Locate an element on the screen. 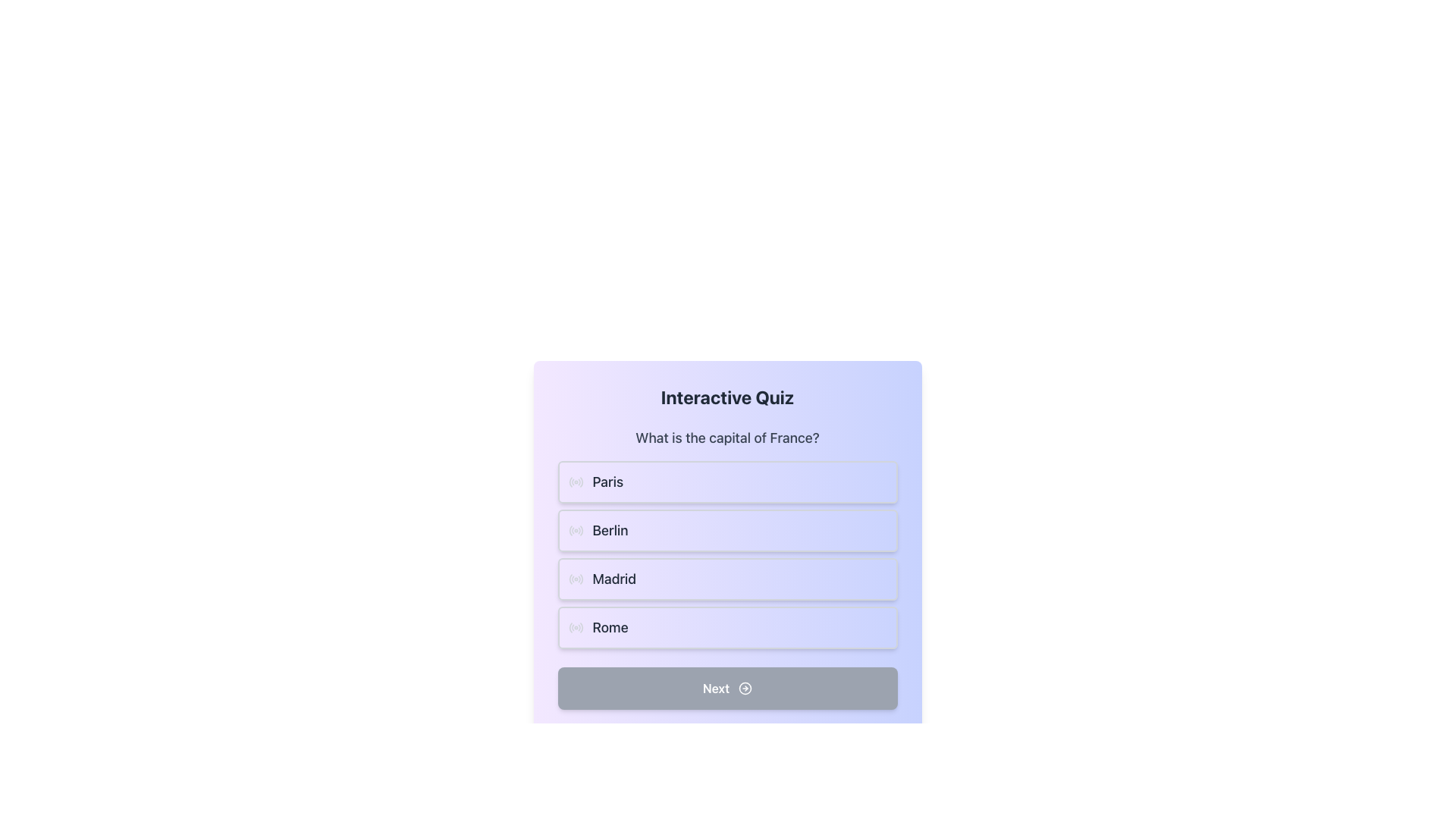 This screenshot has width=1456, height=819. the 'Berlin' radio button is located at coordinates (575, 529).